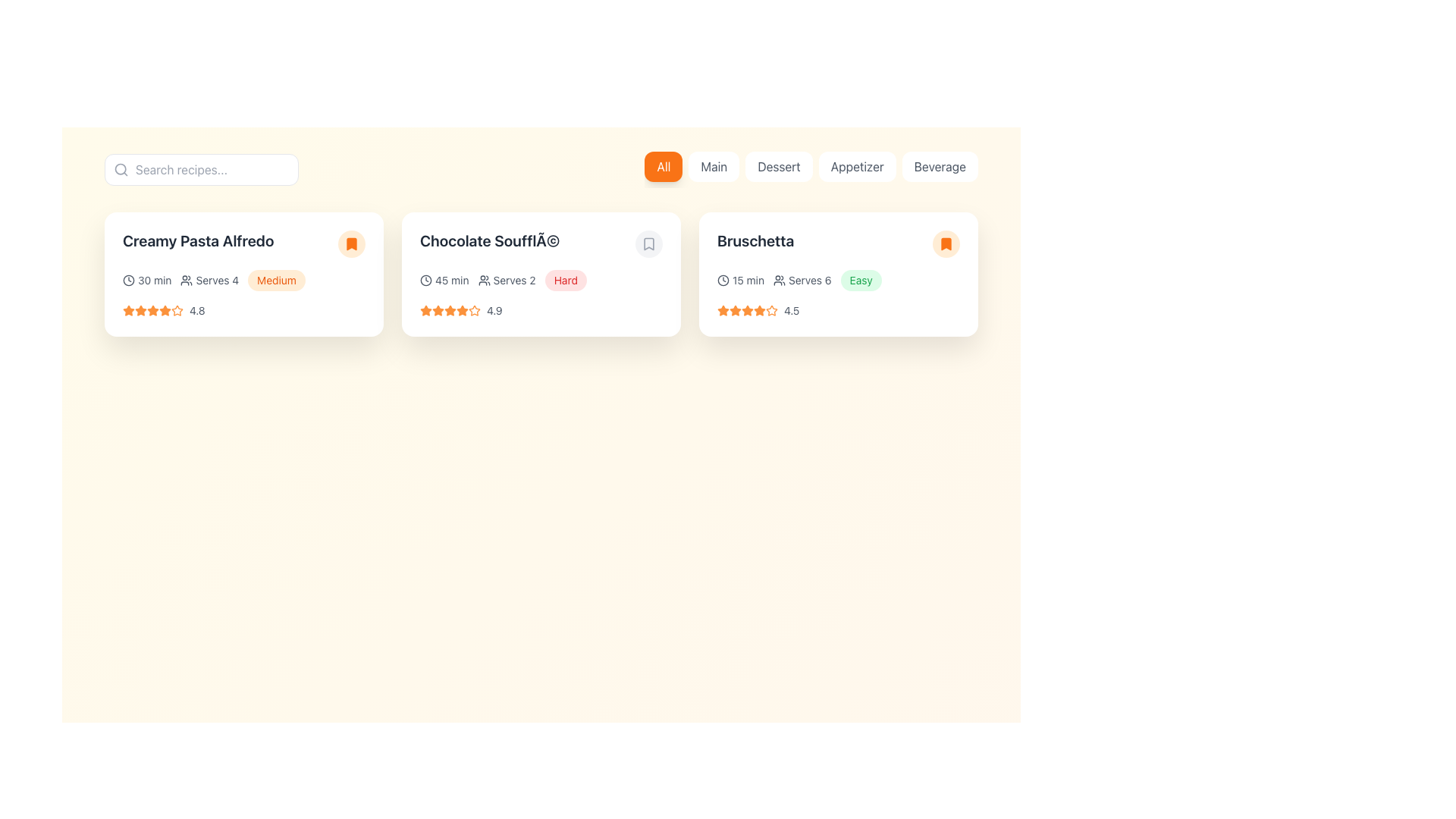 This screenshot has width=1456, height=819. I want to click on the third orange star in the rating sequence for the 'Chocolate Soufflé' card, so click(450, 309).